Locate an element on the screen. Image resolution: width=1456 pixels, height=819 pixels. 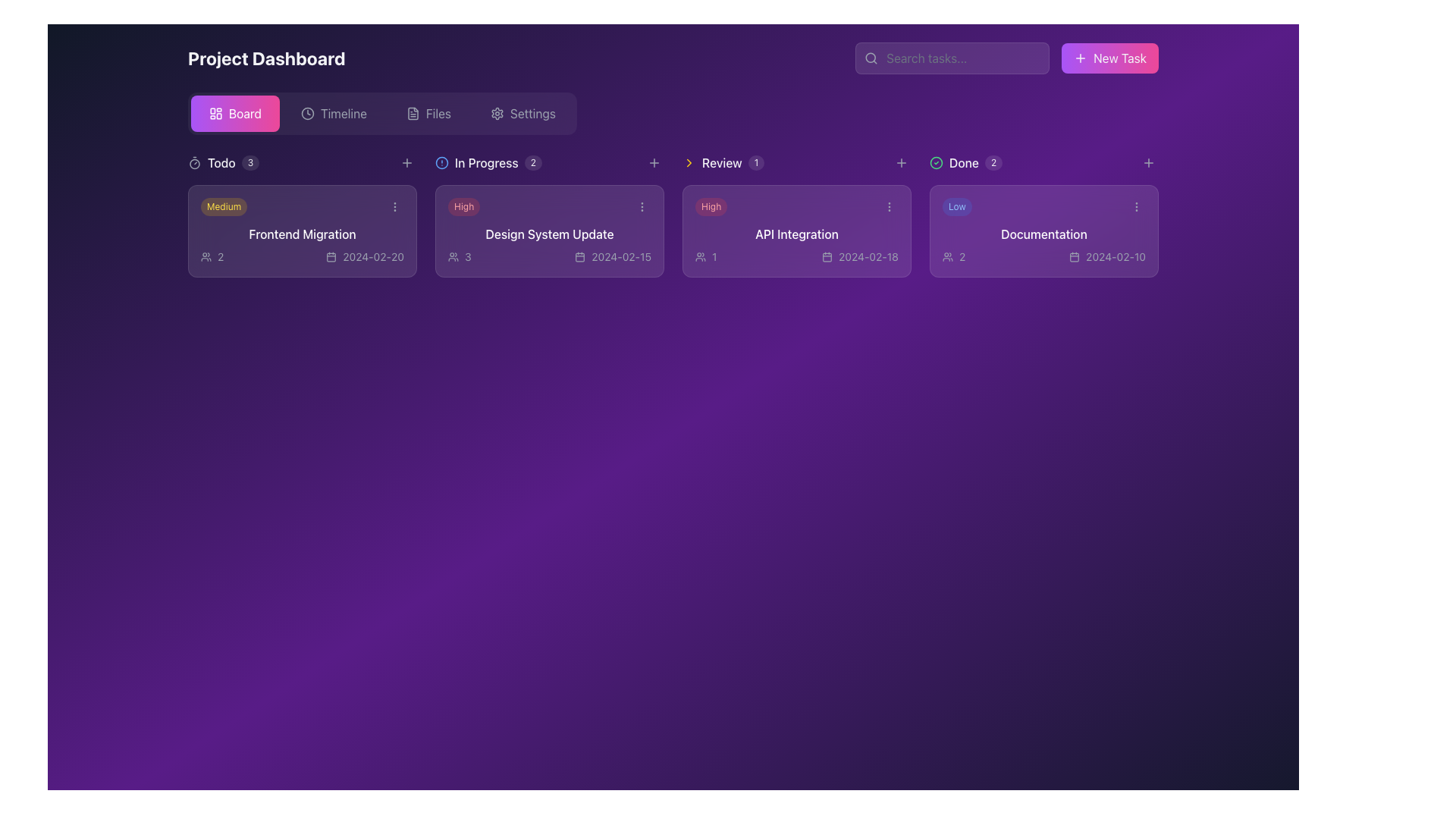
the circular graphical element within the SVG that represents a timer or stopwatch, located in the top-left portion of the interface near the 'Todo' label is located at coordinates (194, 164).